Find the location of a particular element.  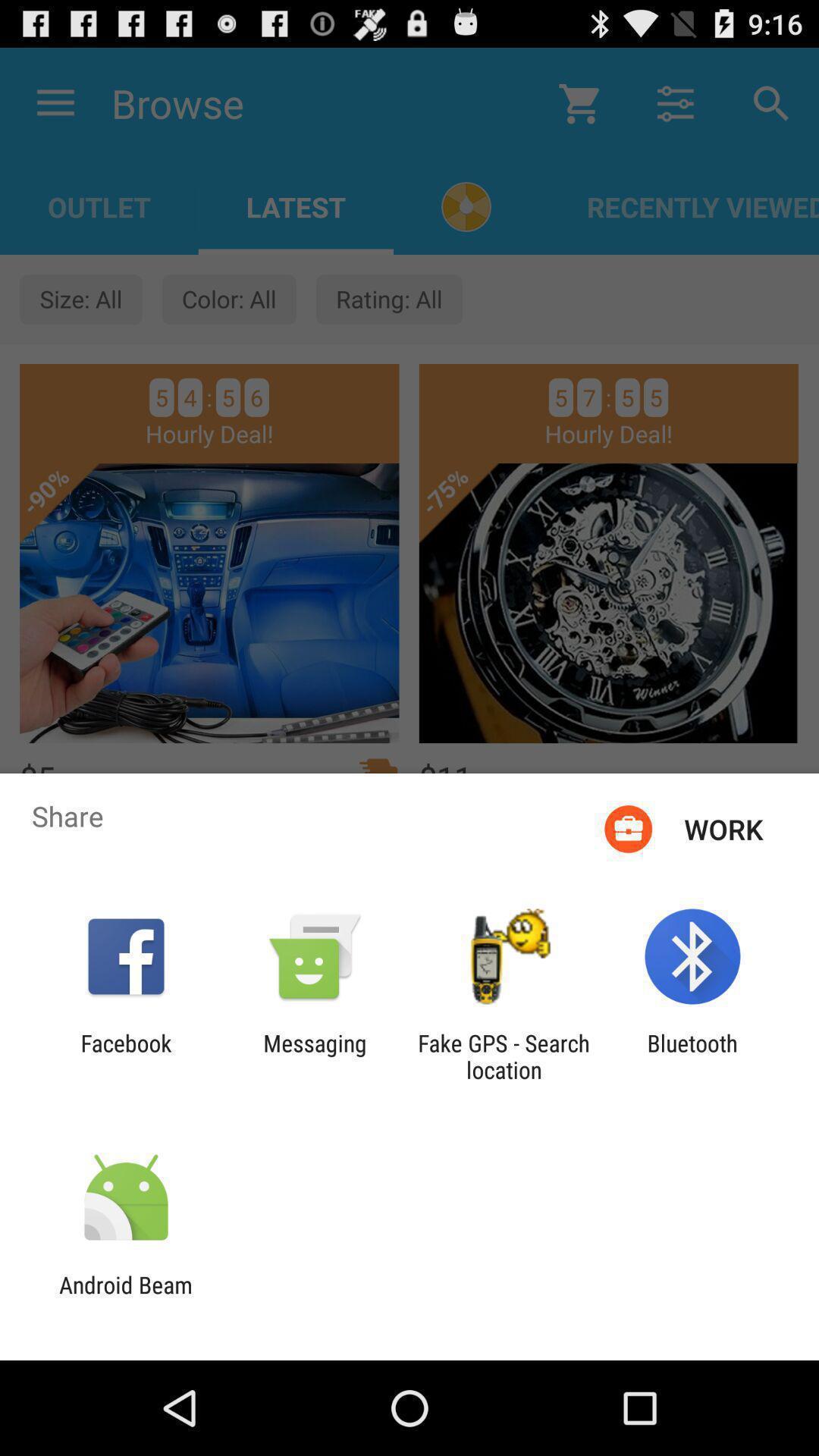

bluetooth is located at coordinates (692, 1056).